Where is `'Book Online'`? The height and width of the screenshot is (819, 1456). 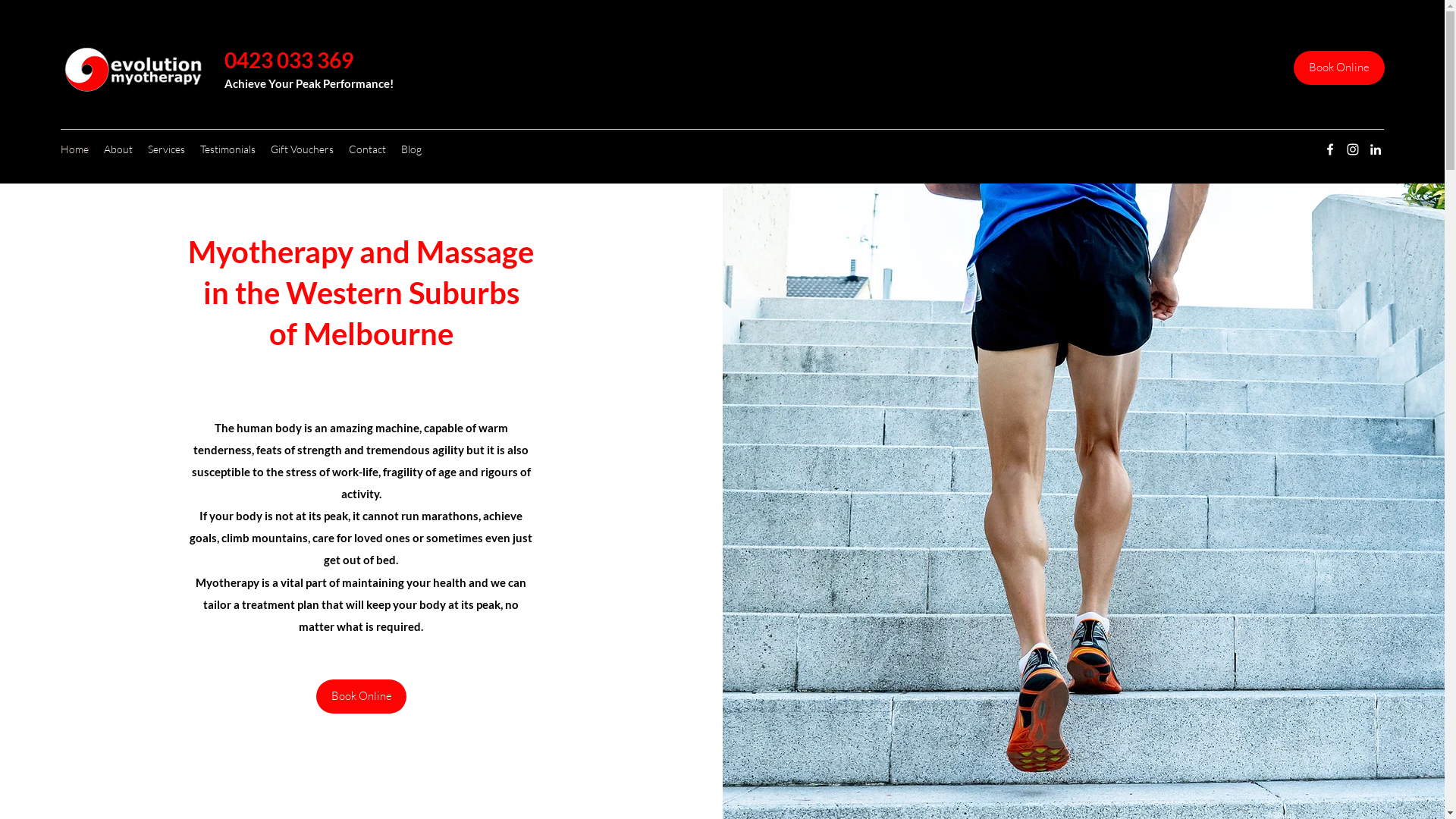
'Book Online' is located at coordinates (315, 696).